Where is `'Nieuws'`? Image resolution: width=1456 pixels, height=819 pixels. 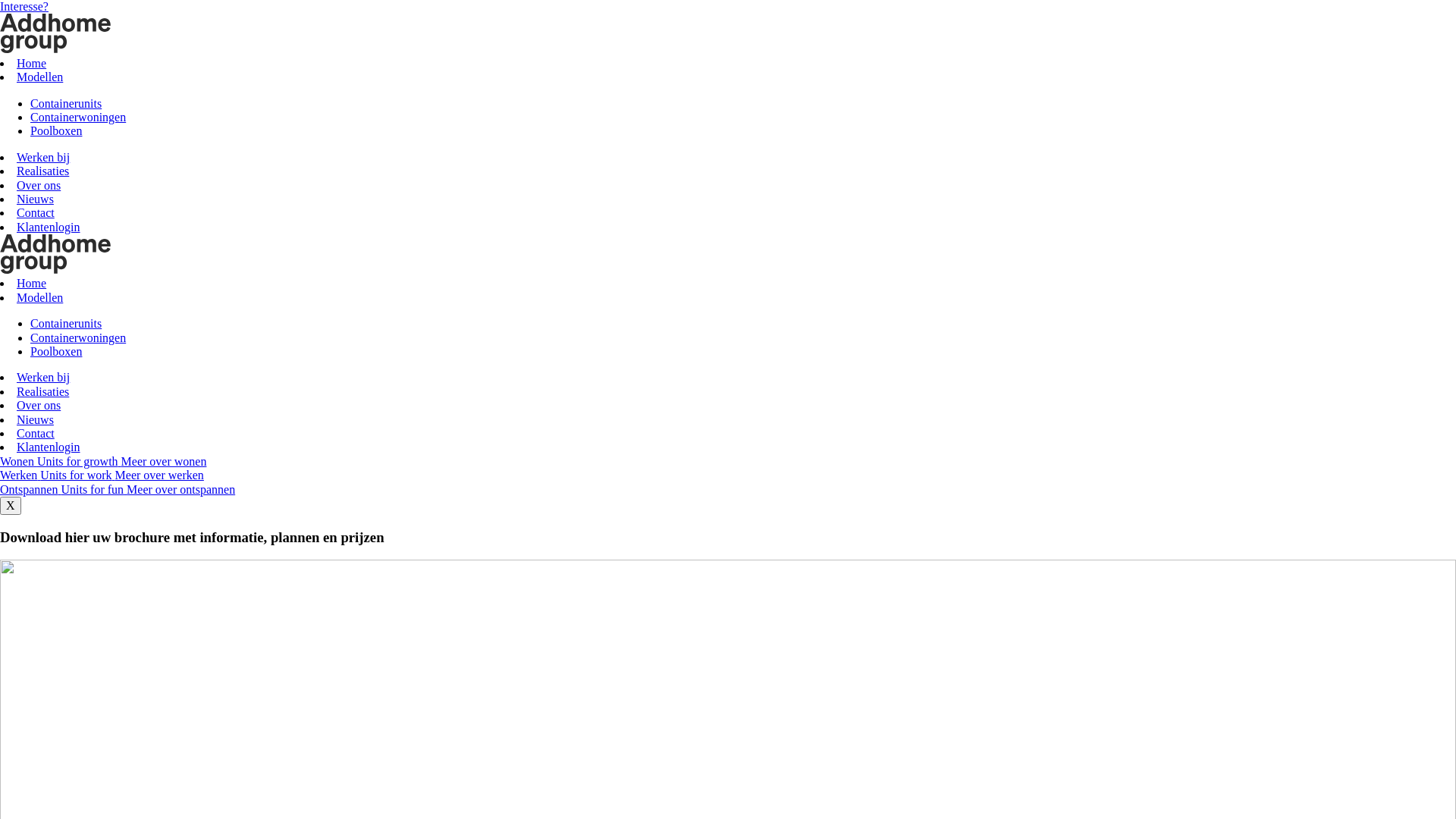
'Nieuws' is located at coordinates (35, 198).